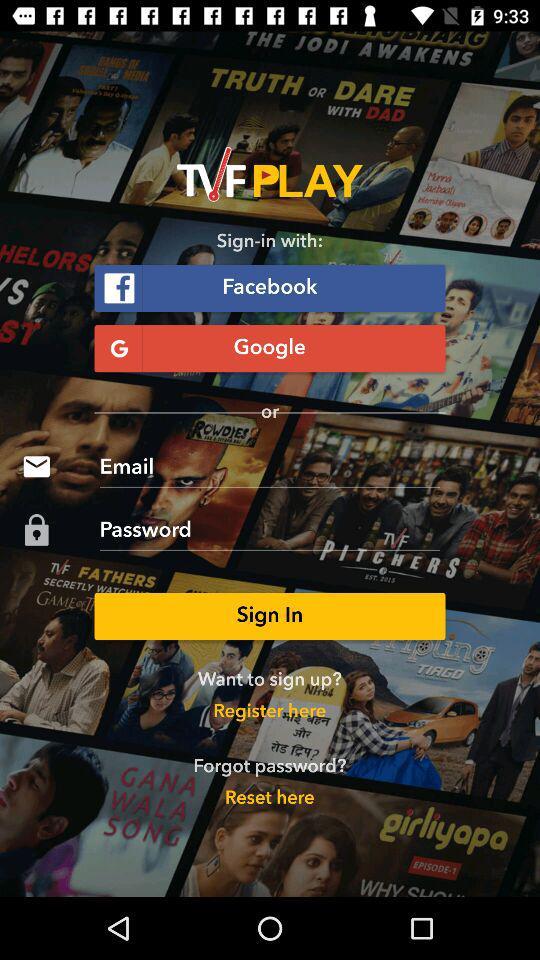  Describe the element at coordinates (269, 712) in the screenshot. I see `the item above forgot password? icon` at that location.